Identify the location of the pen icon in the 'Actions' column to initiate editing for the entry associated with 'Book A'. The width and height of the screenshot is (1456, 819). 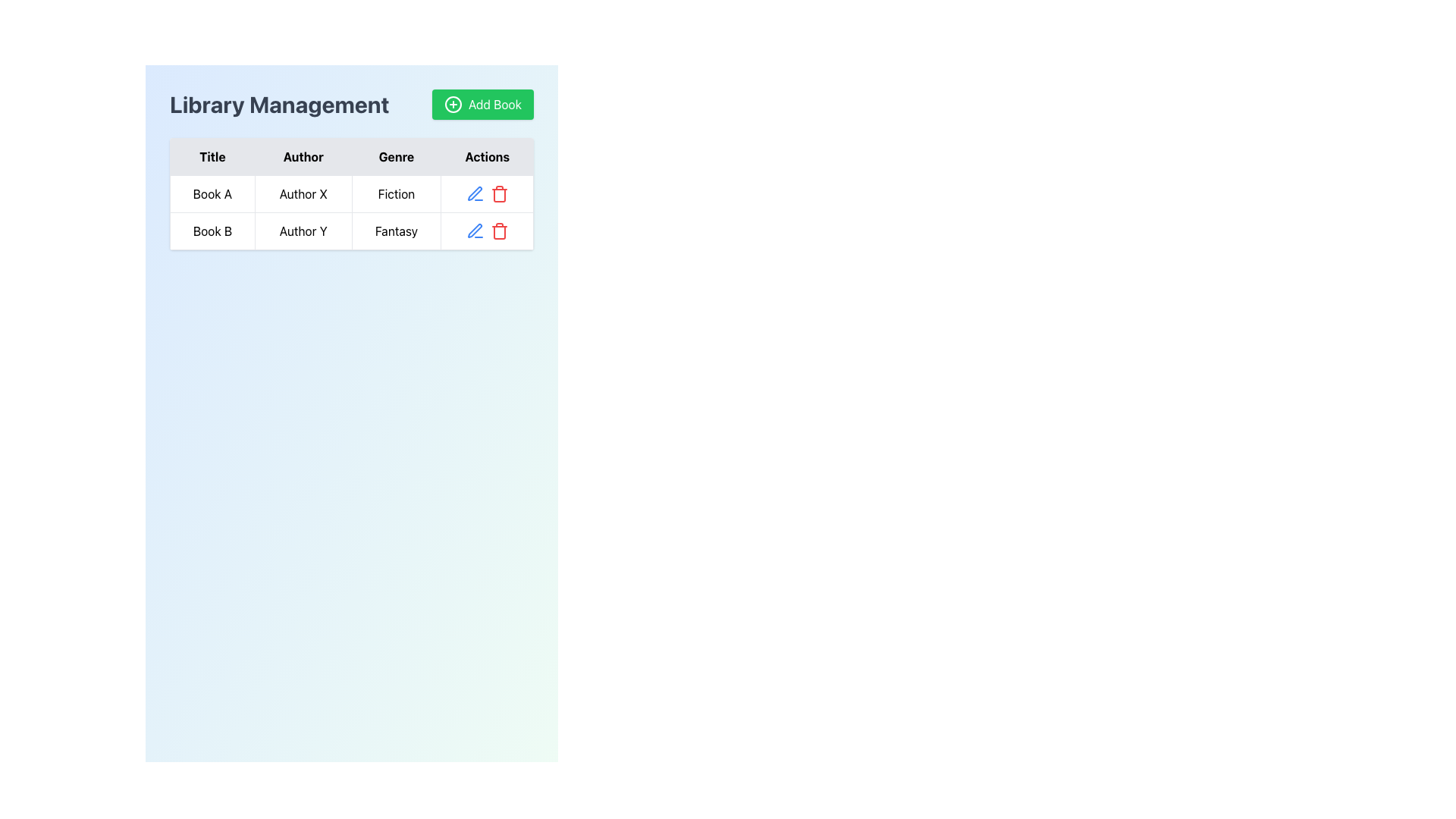
(473, 231).